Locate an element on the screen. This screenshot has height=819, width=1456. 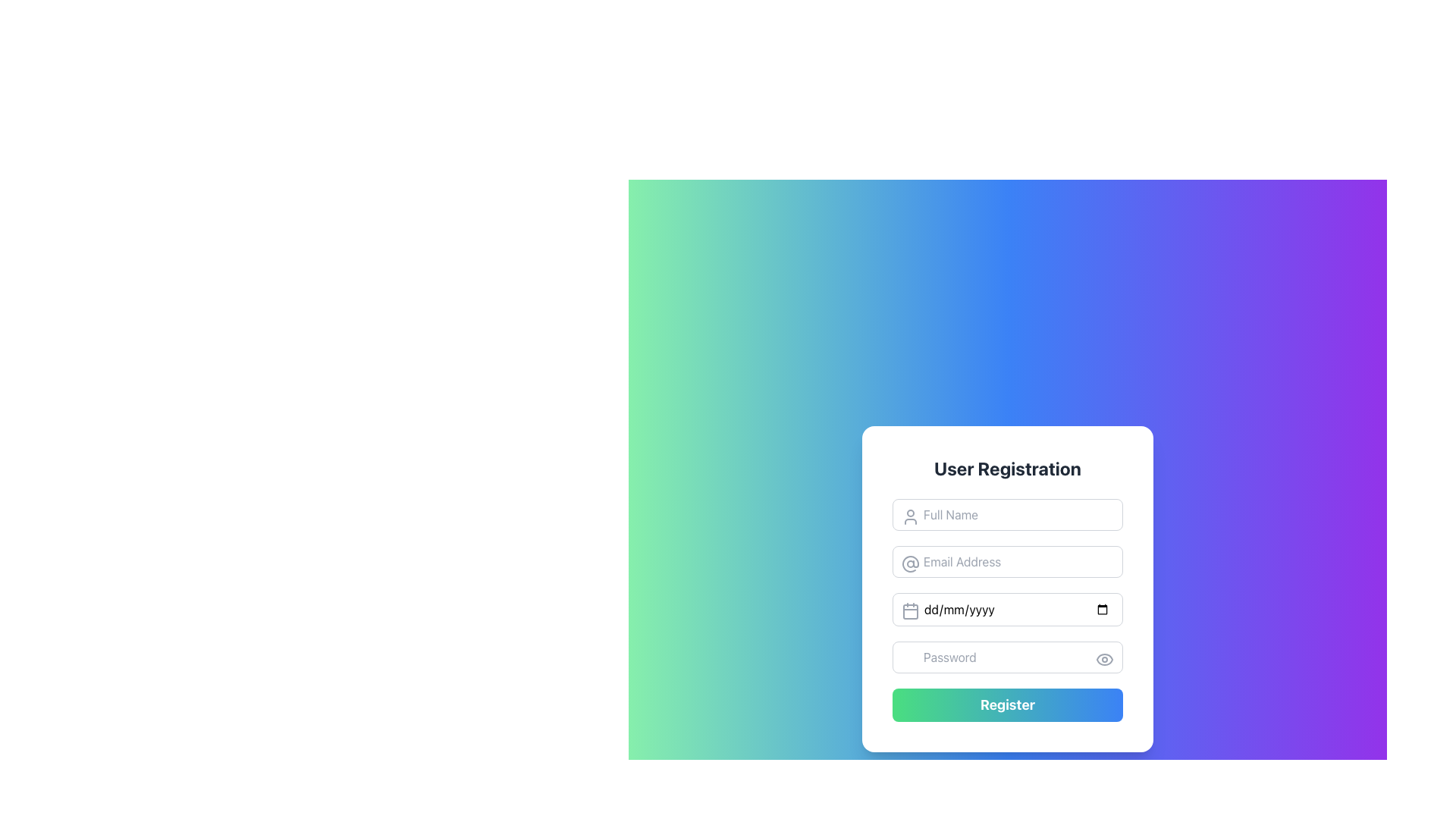
the email input field in the registration form is located at coordinates (1008, 561).